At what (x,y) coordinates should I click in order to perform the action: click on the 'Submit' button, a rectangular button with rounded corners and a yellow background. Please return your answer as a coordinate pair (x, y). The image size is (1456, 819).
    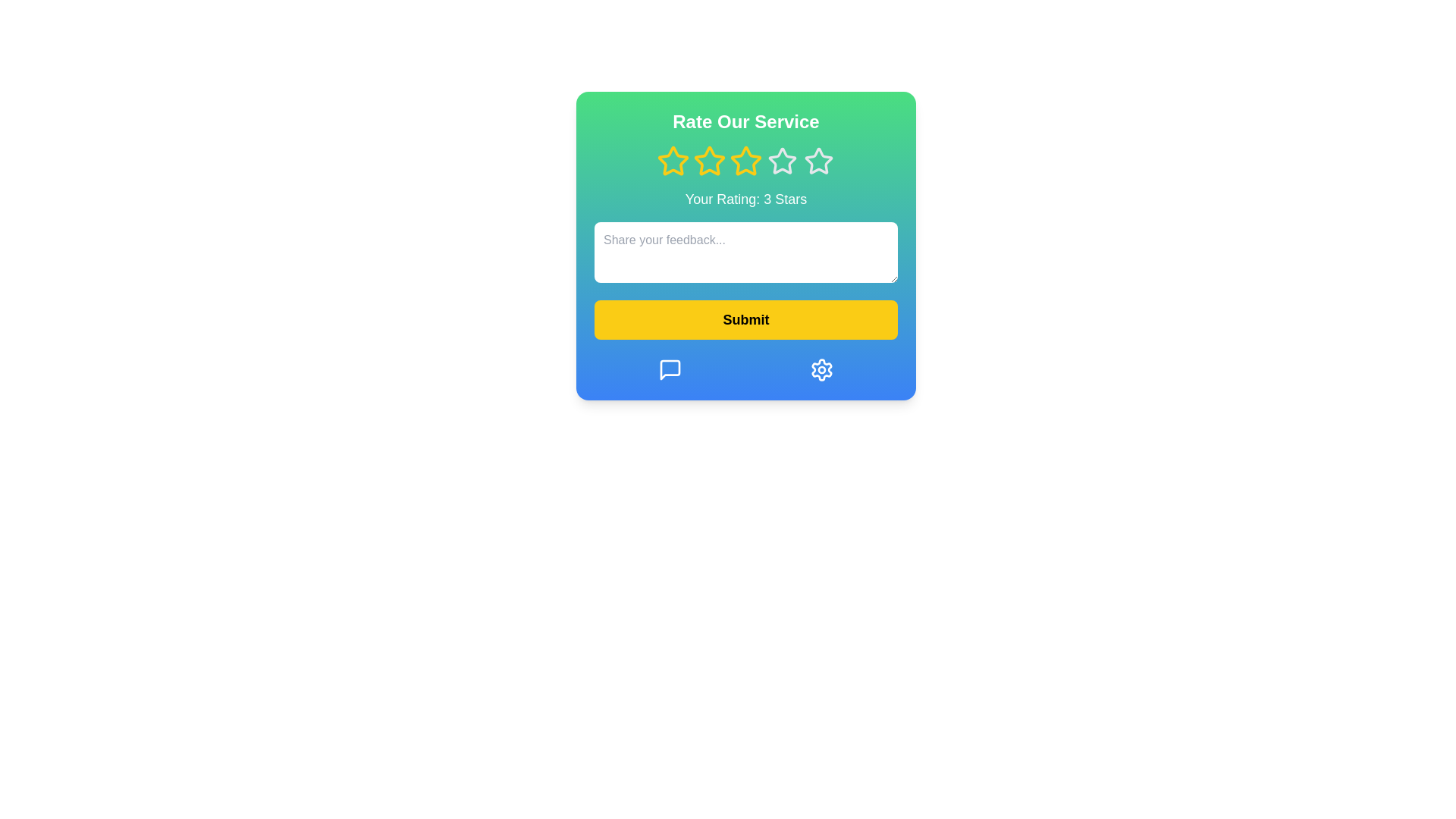
    Looking at the image, I should click on (745, 318).